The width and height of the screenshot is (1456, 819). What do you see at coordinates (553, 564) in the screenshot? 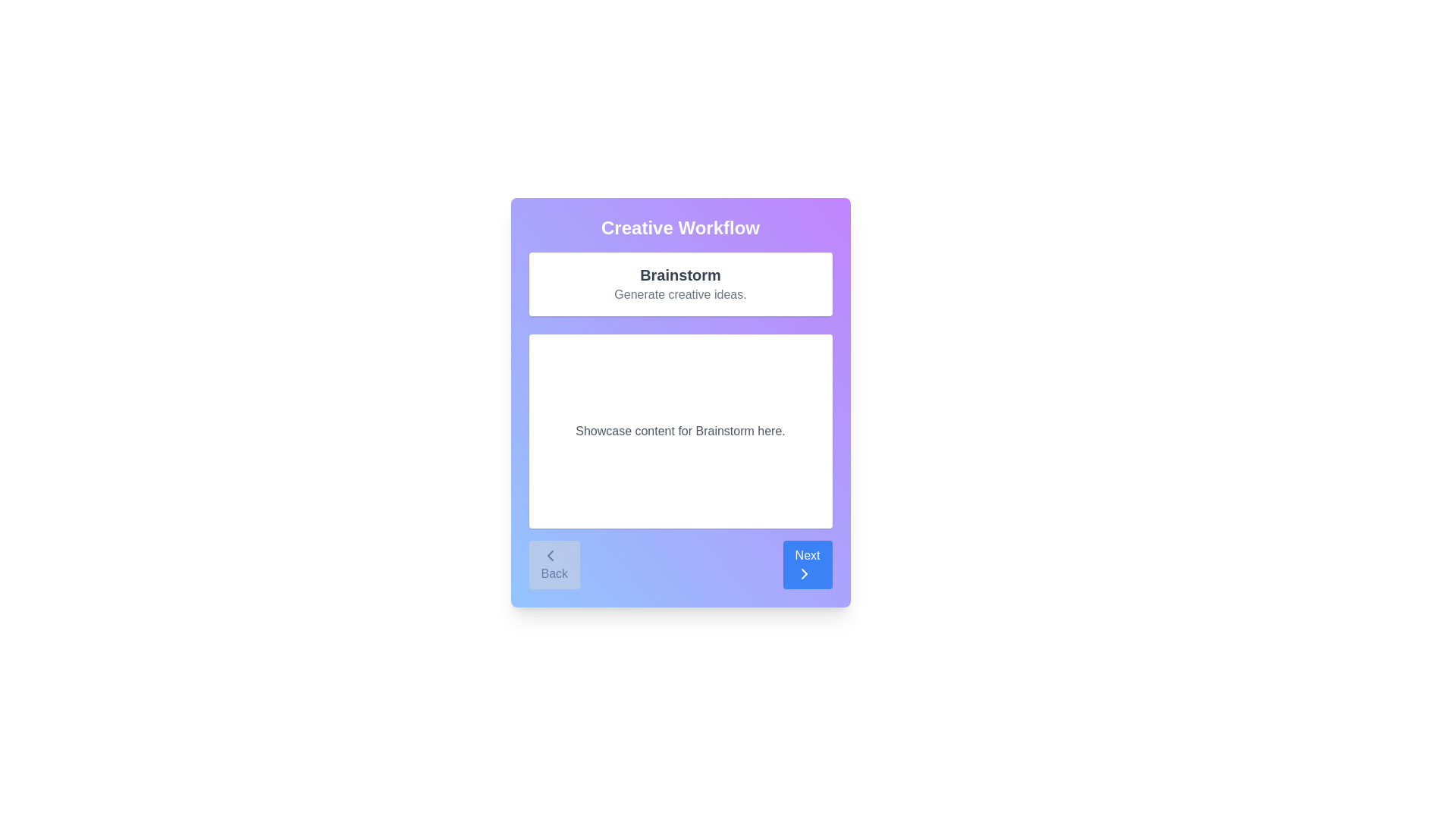
I see `the 'Back' button to navigate to the previous step` at bounding box center [553, 564].